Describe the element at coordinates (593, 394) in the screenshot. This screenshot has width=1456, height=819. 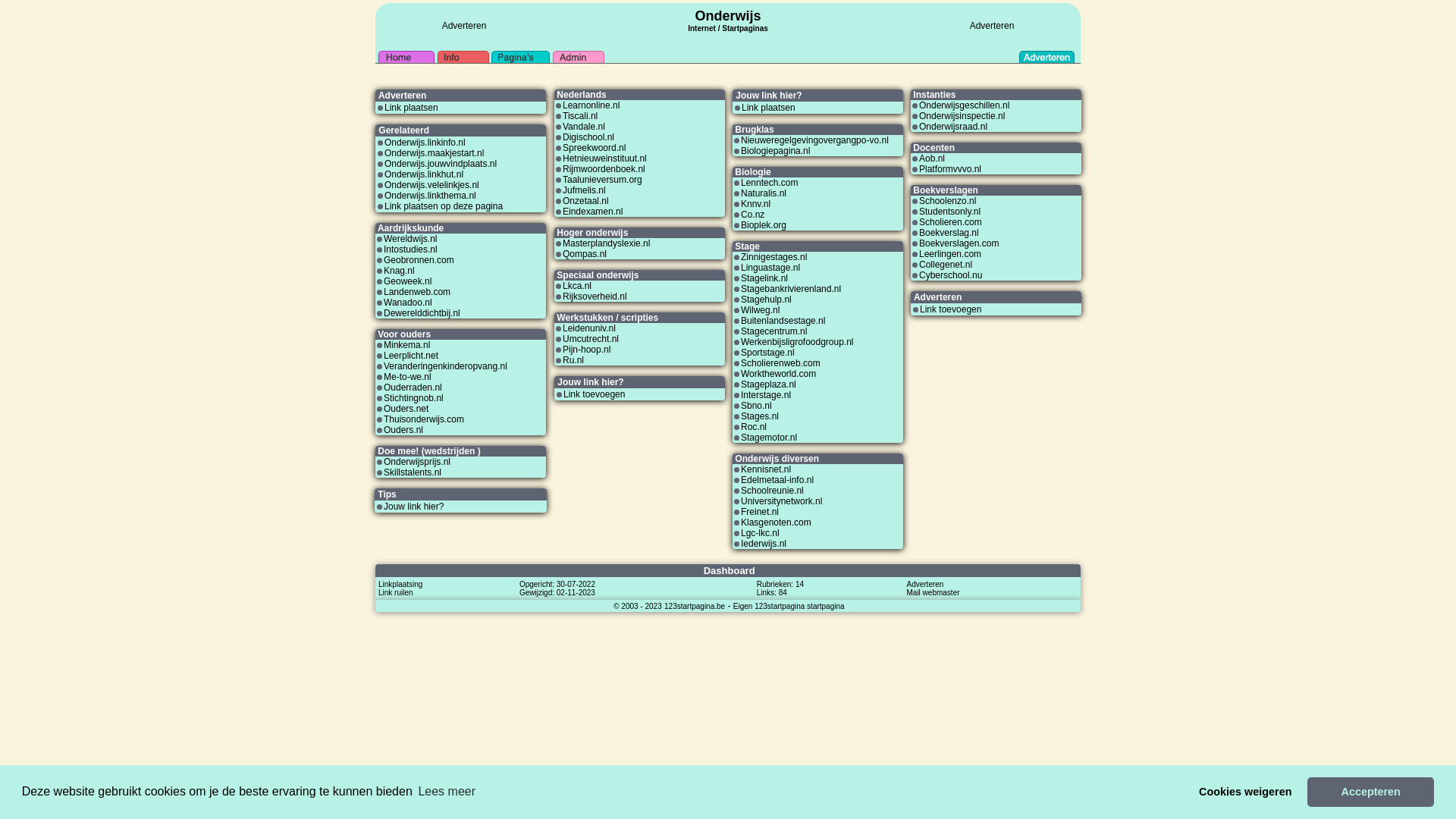
I see `'Link toevoegen'` at that location.